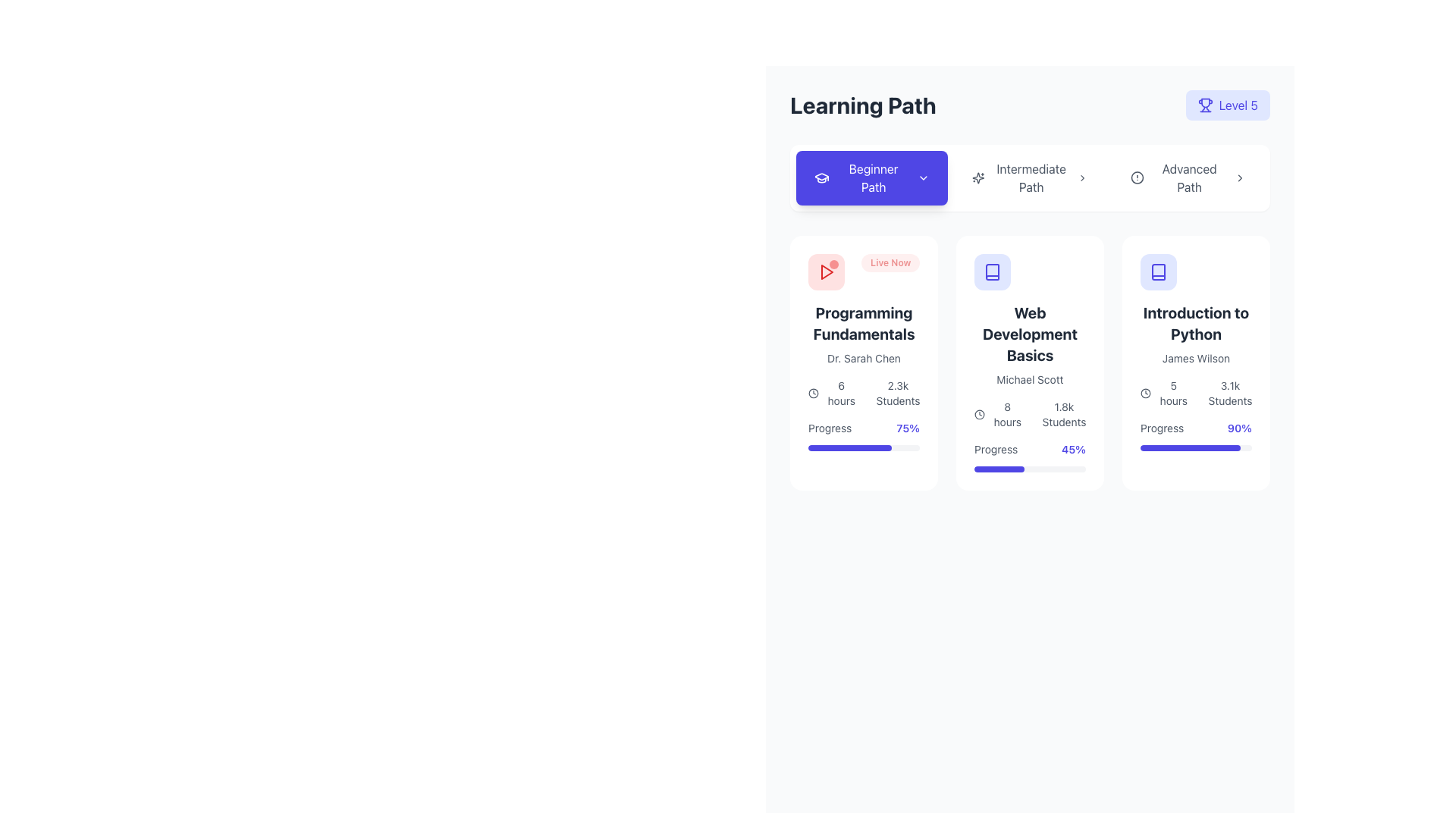  What do you see at coordinates (1195, 447) in the screenshot?
I see `the Progress bar located in the 'Introduction to Python' card, positioned below the 'Progress' label and '90%' text` at bounding box center [1195, 447].